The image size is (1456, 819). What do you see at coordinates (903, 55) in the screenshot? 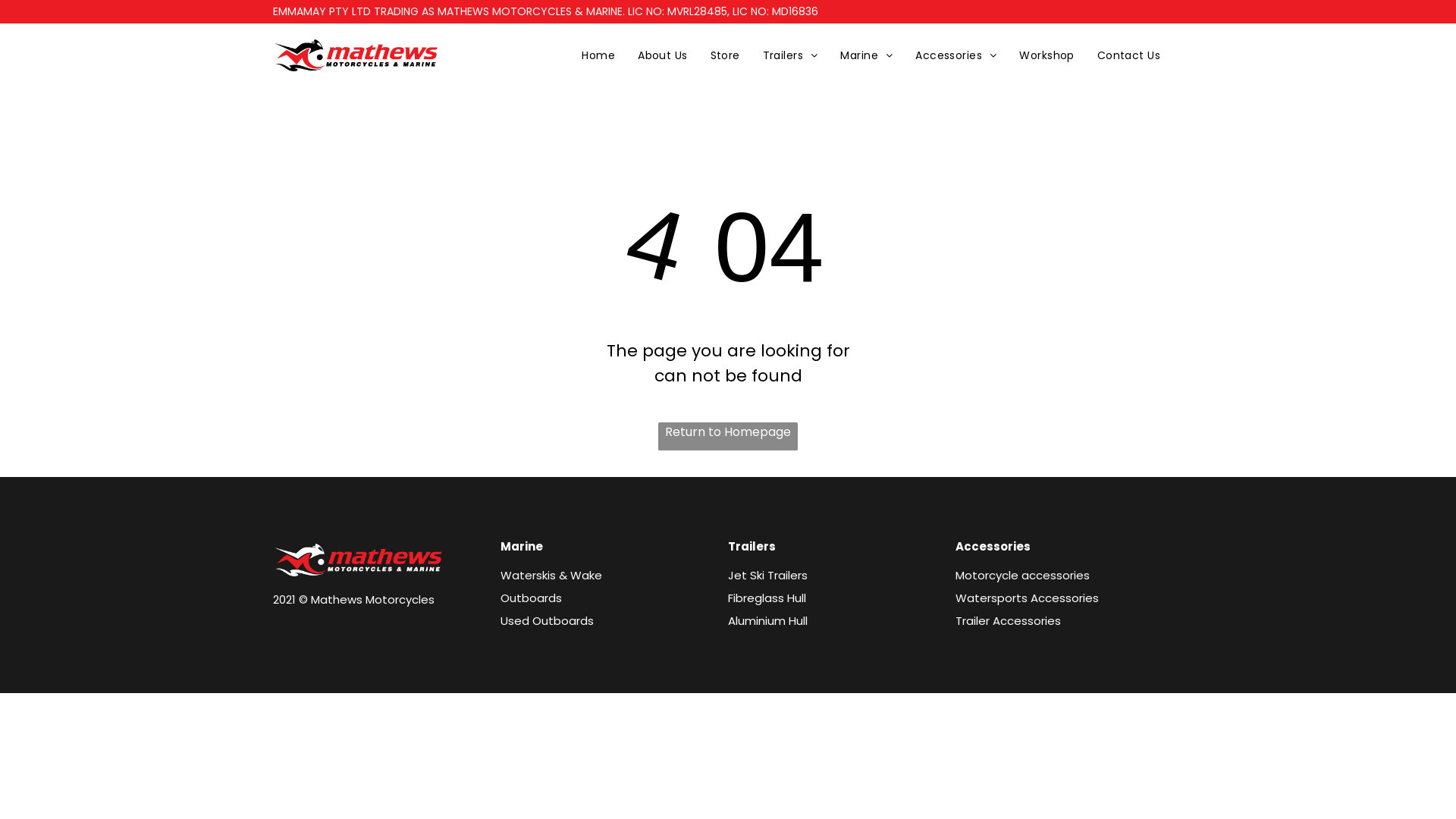
I see `'Accessories'` at bounding box center [903, 55].